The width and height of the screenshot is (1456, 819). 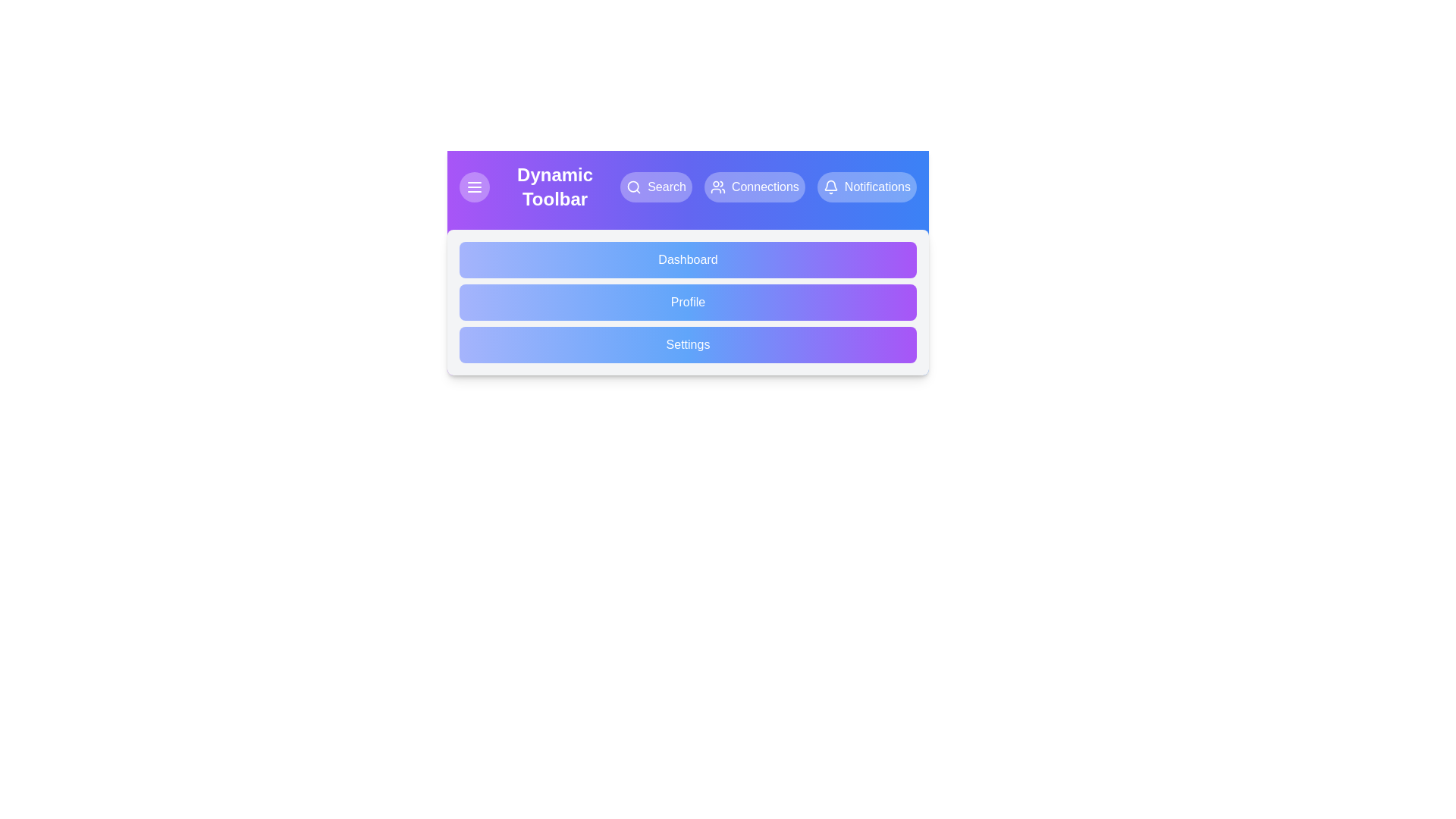 I want to click on the 'Dashboard' option in the menu, so click(x=687, y=259).